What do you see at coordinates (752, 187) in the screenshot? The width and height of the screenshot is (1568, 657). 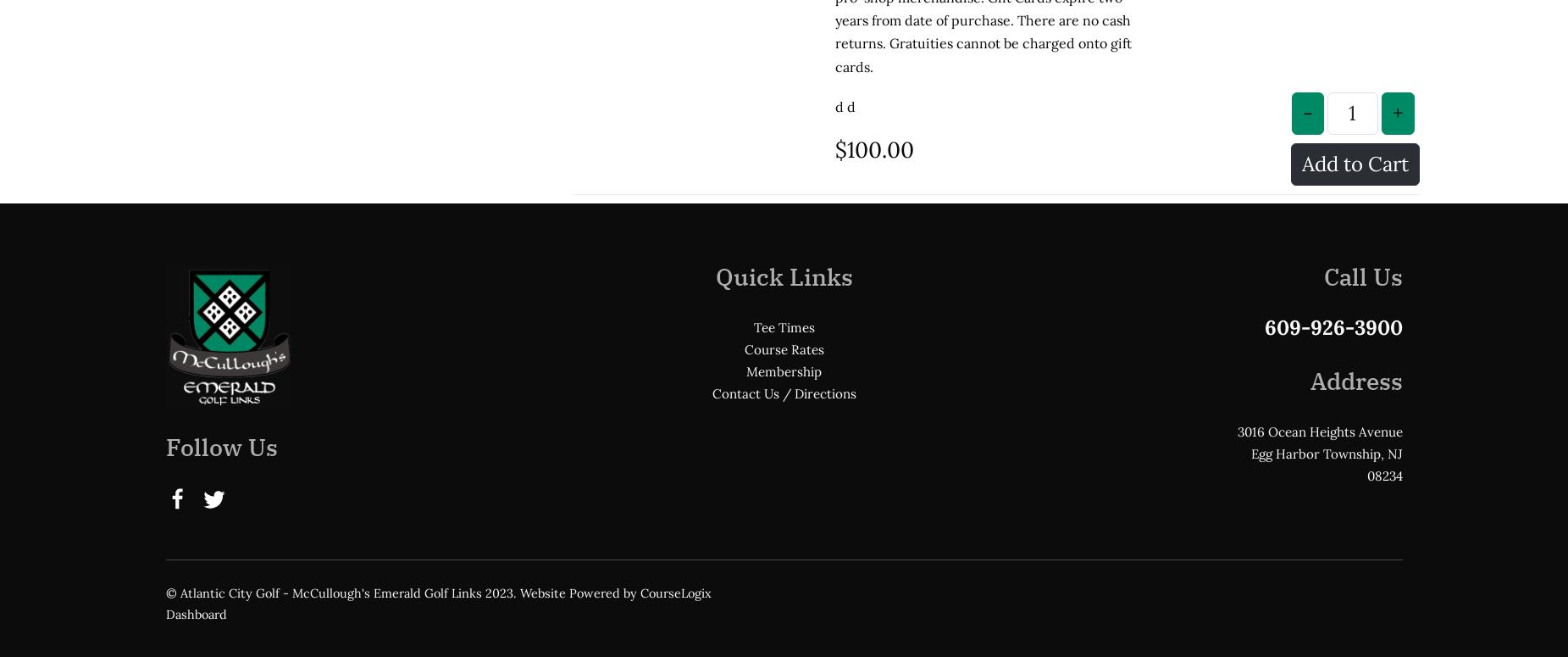 I see `'Tee Times'` at bounding box center [752, 187].